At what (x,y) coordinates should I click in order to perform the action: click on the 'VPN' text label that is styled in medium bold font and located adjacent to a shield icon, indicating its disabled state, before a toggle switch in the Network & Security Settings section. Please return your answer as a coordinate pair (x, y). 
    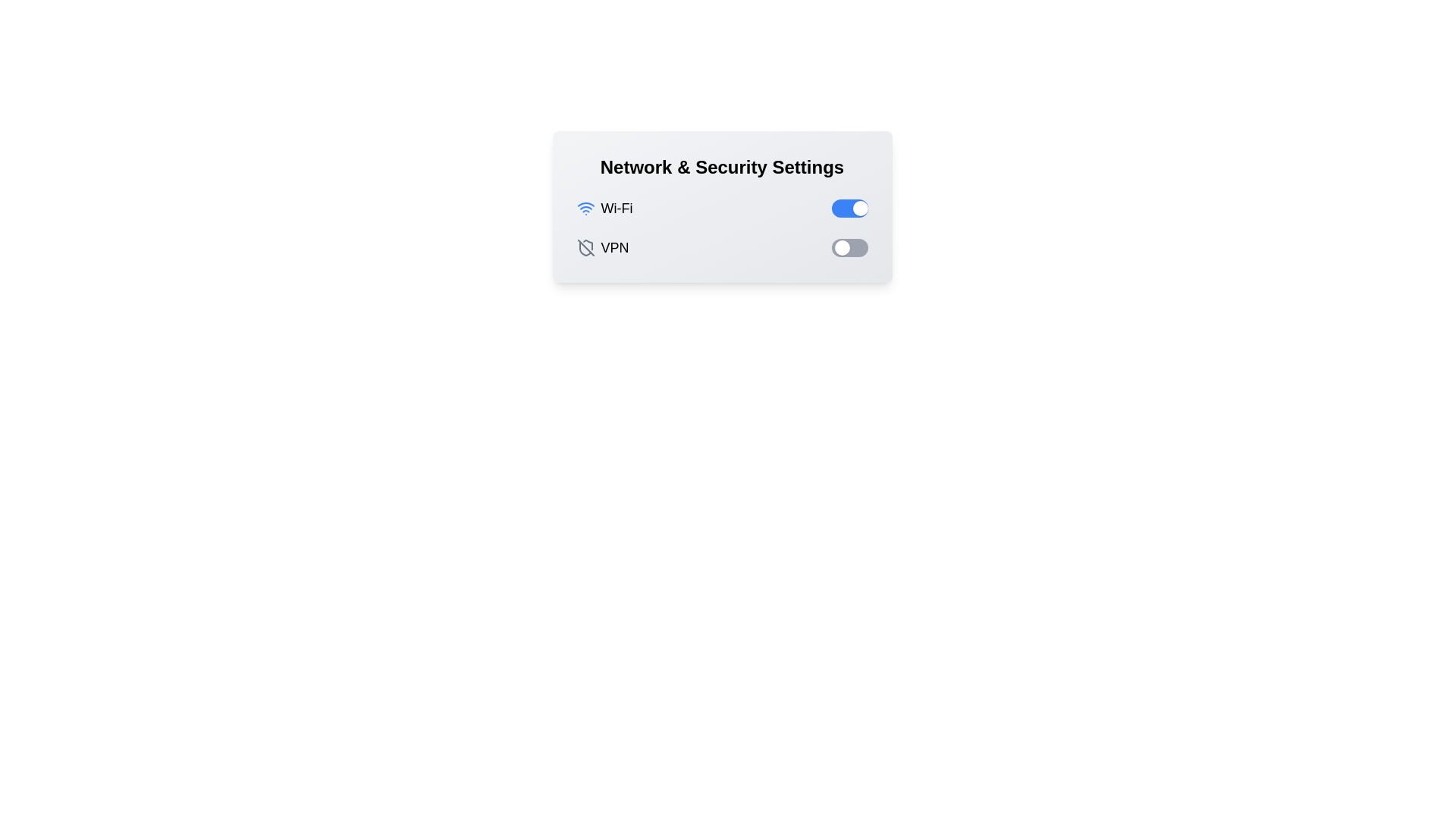
    Looking at the image, I should click on (615, 247).